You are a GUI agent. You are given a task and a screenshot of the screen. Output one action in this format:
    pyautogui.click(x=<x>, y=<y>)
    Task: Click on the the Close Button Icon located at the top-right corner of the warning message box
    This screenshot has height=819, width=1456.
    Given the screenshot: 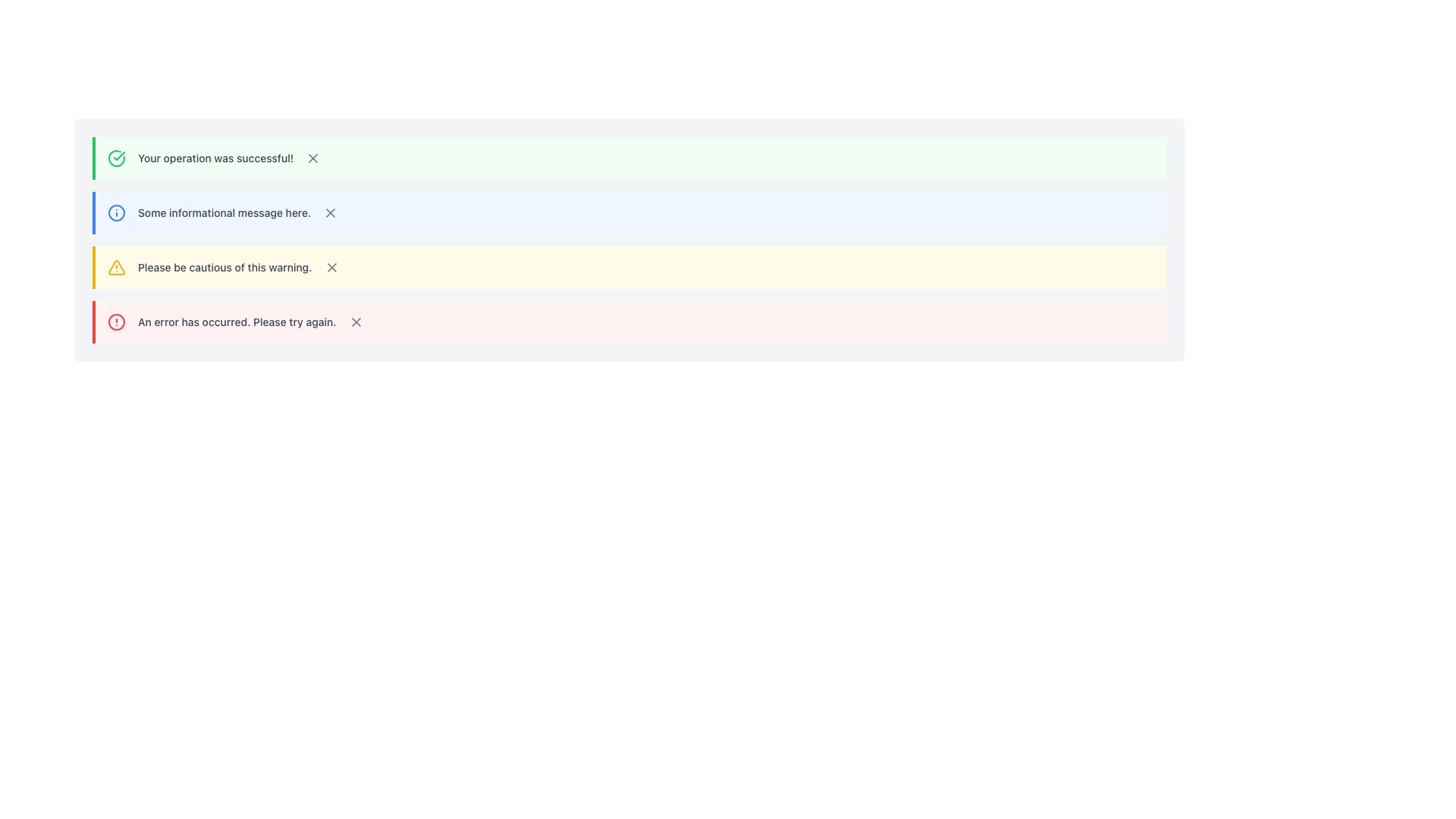 What is the action you would take?
    pyautogui.click(x=331, y=267)
    